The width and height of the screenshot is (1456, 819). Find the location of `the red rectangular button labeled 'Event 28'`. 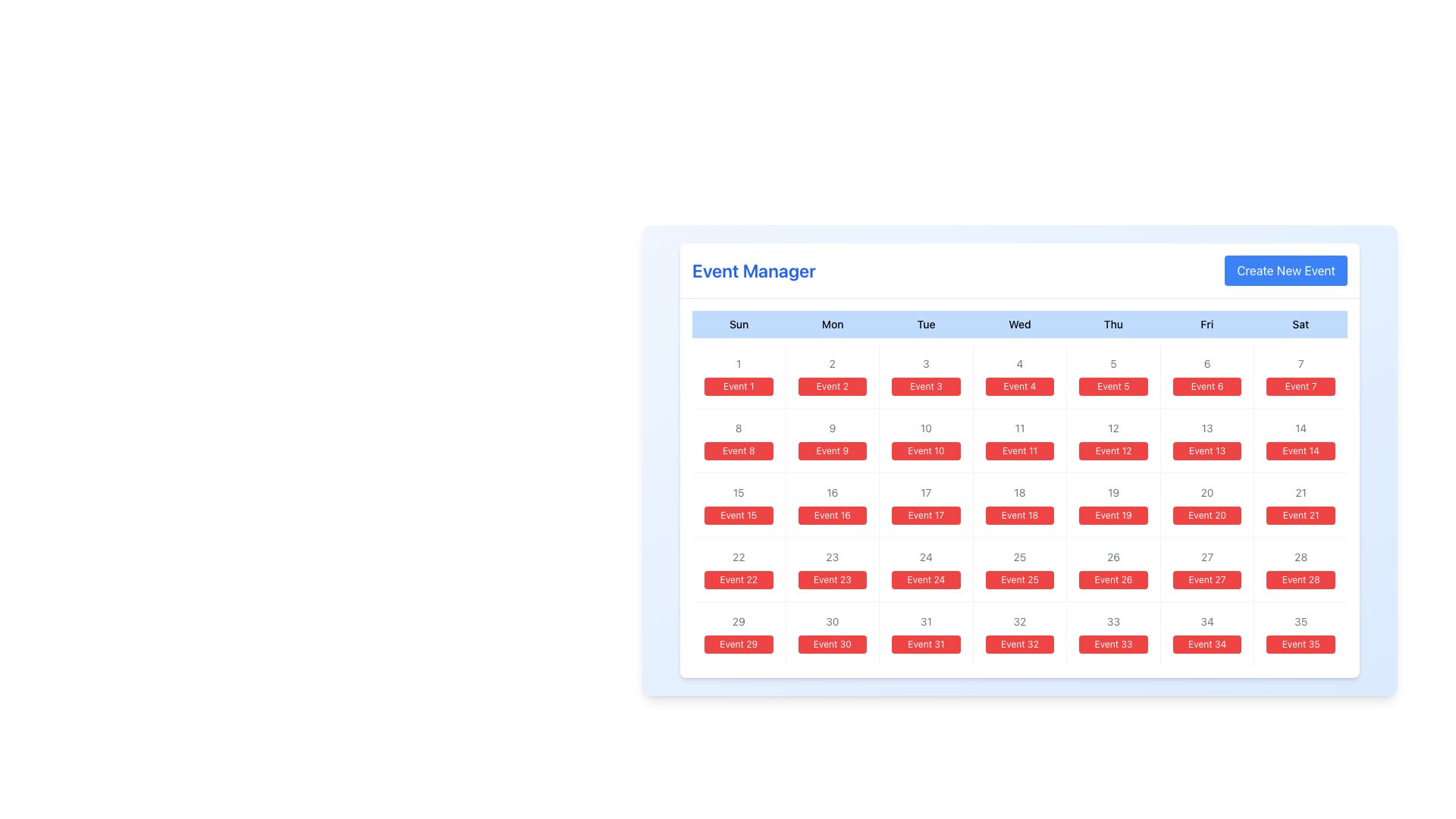

the red rectangular button labeled 'Event 28' is located at coordinates (1300, 570).